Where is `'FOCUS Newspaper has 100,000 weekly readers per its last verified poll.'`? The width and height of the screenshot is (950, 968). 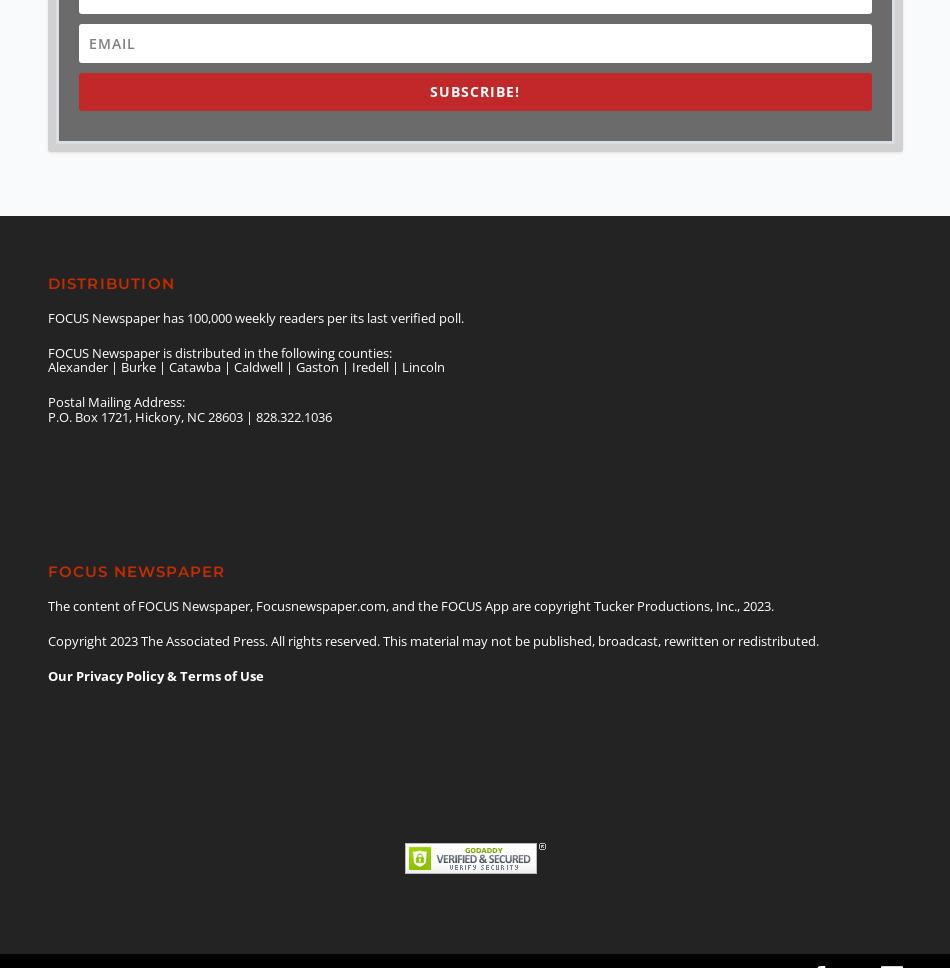 'FOCUS Newspaper has 100,000 weekly readers per its last verified poll.' is located at coordinates (47, 316).